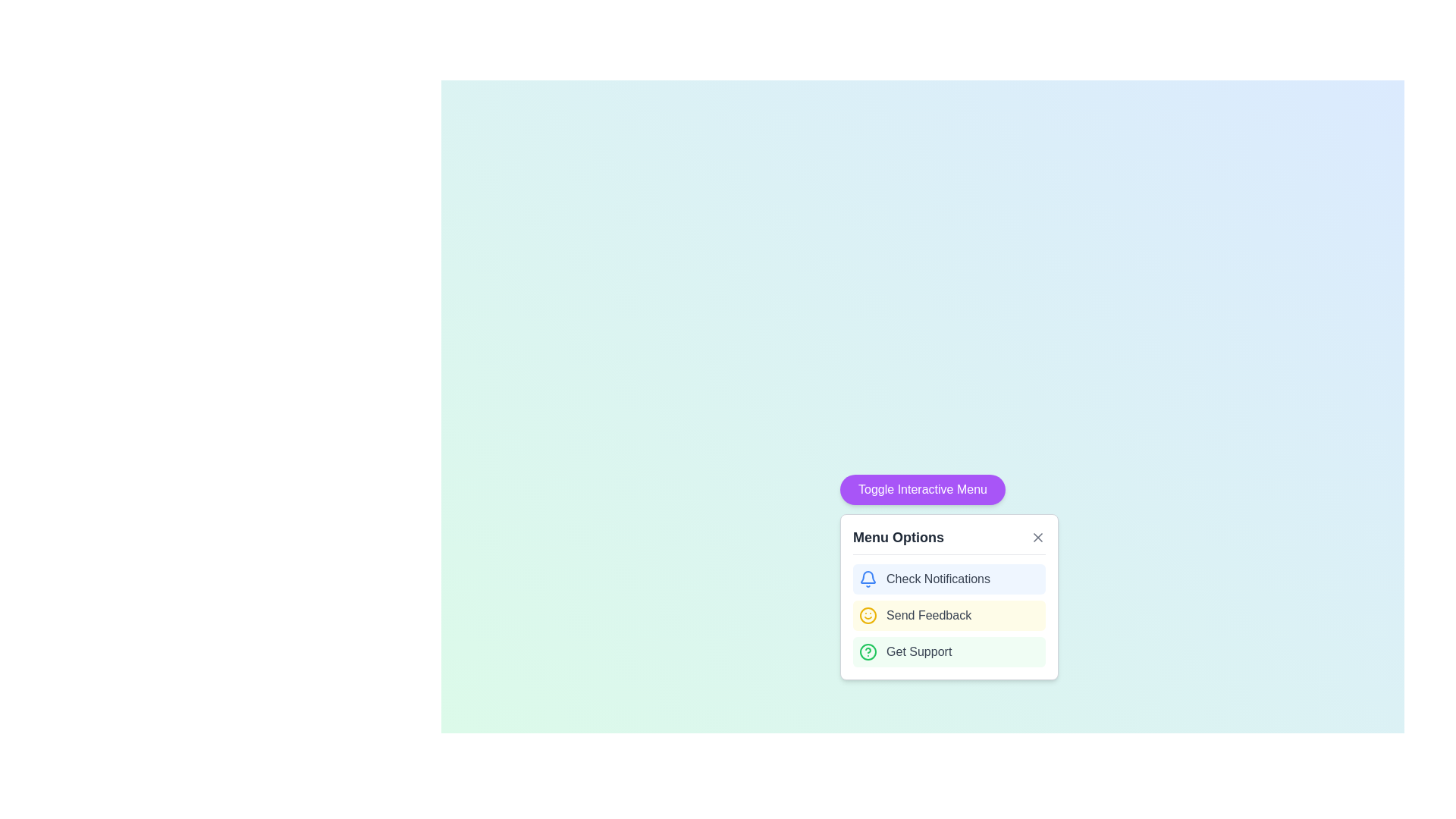 The image size is (1456, 819). I want to click on the 'Check Notifications' text label, which is part of the first option in the vertical menu located below the 'Menu Options' heading and above the 'Send Feedback' option, so click(937, 579).